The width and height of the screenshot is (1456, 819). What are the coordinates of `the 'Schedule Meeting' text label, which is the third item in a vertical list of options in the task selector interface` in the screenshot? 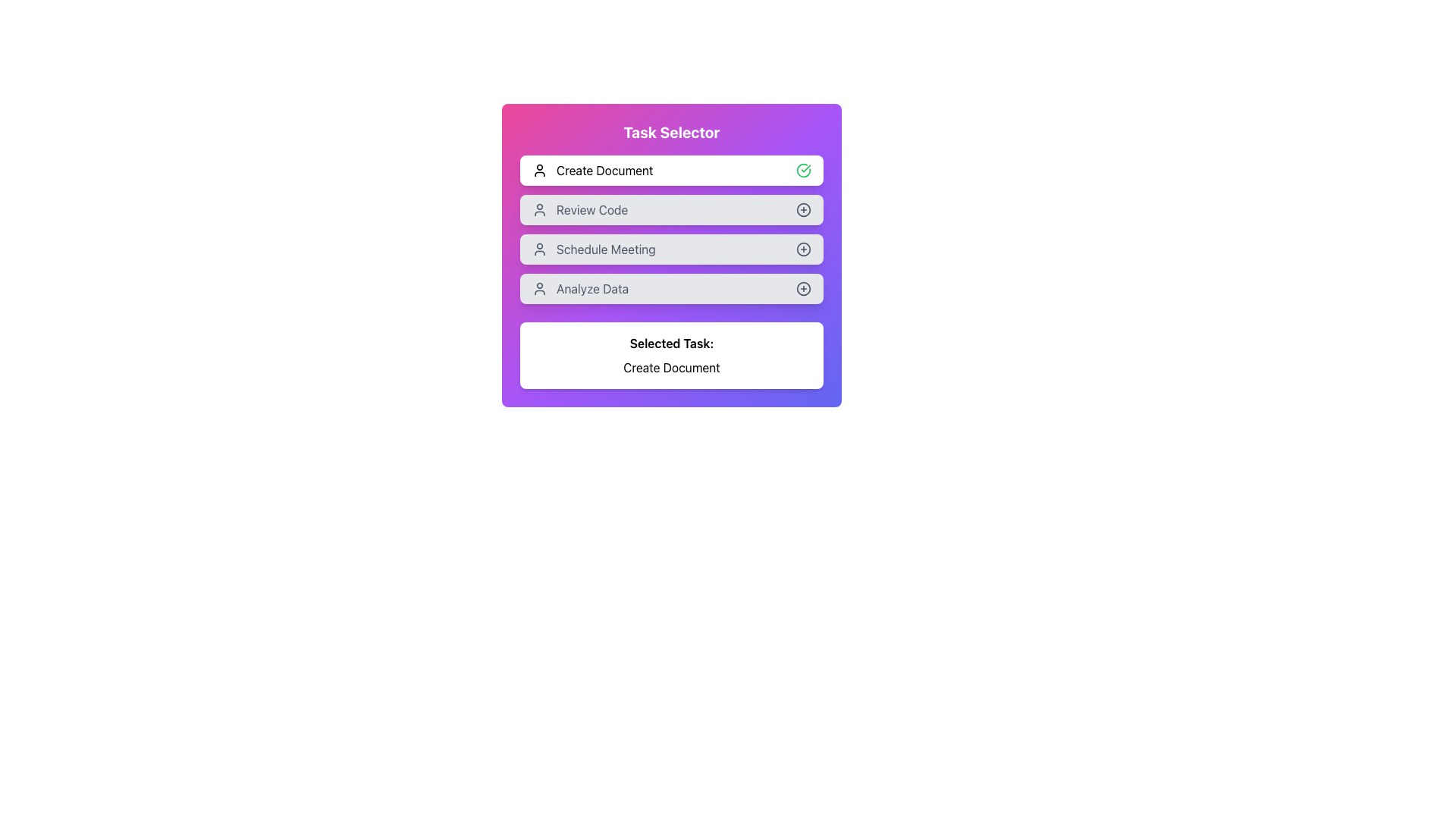 It's located at (593, 248).